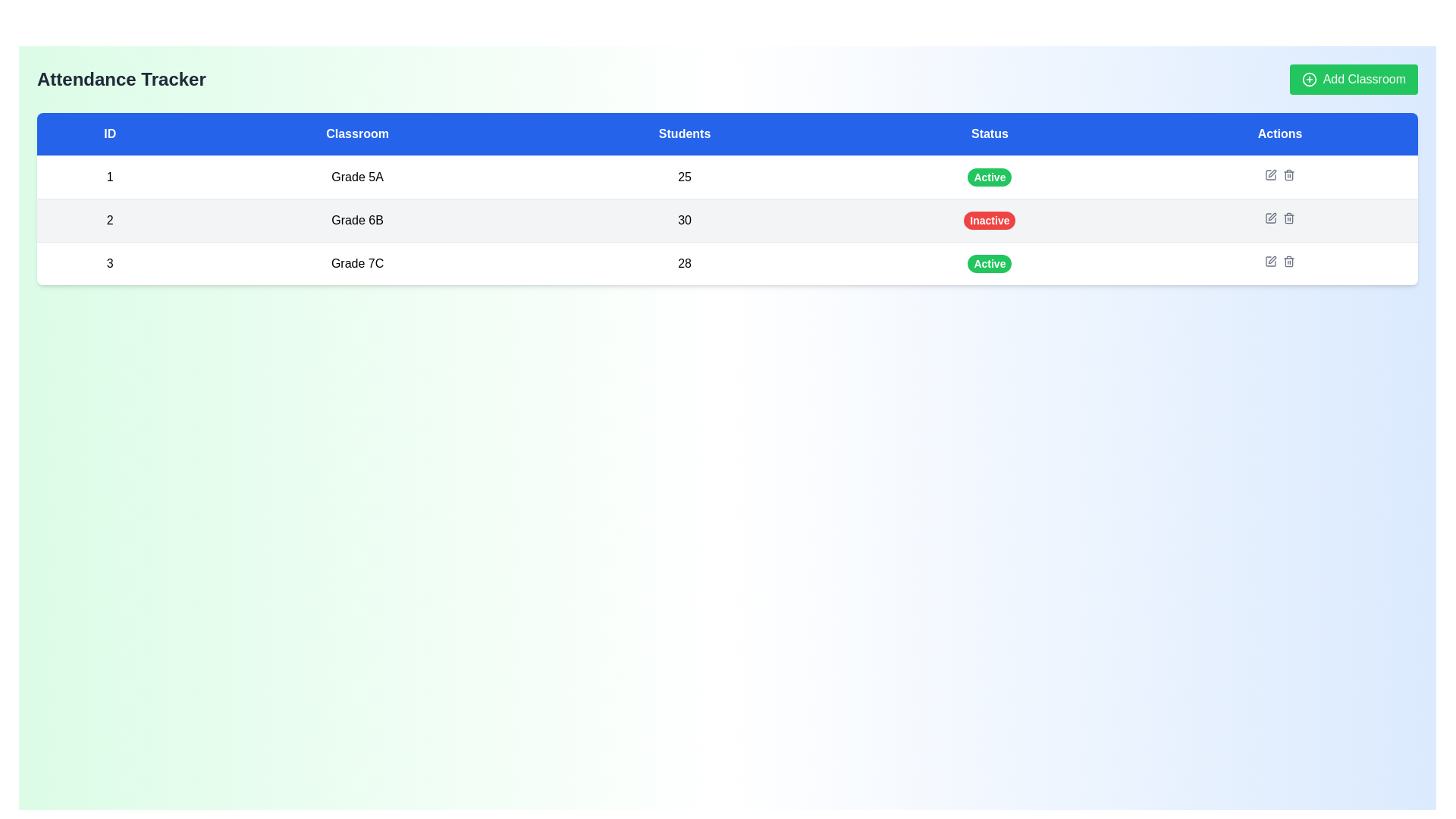 The image size is (1456, 819). Describe the element at coordinates (1272, 216) in the screenshot. I see `the pen icon in the 'Actions' column for the classroom 'Grade 6B'` at that location.